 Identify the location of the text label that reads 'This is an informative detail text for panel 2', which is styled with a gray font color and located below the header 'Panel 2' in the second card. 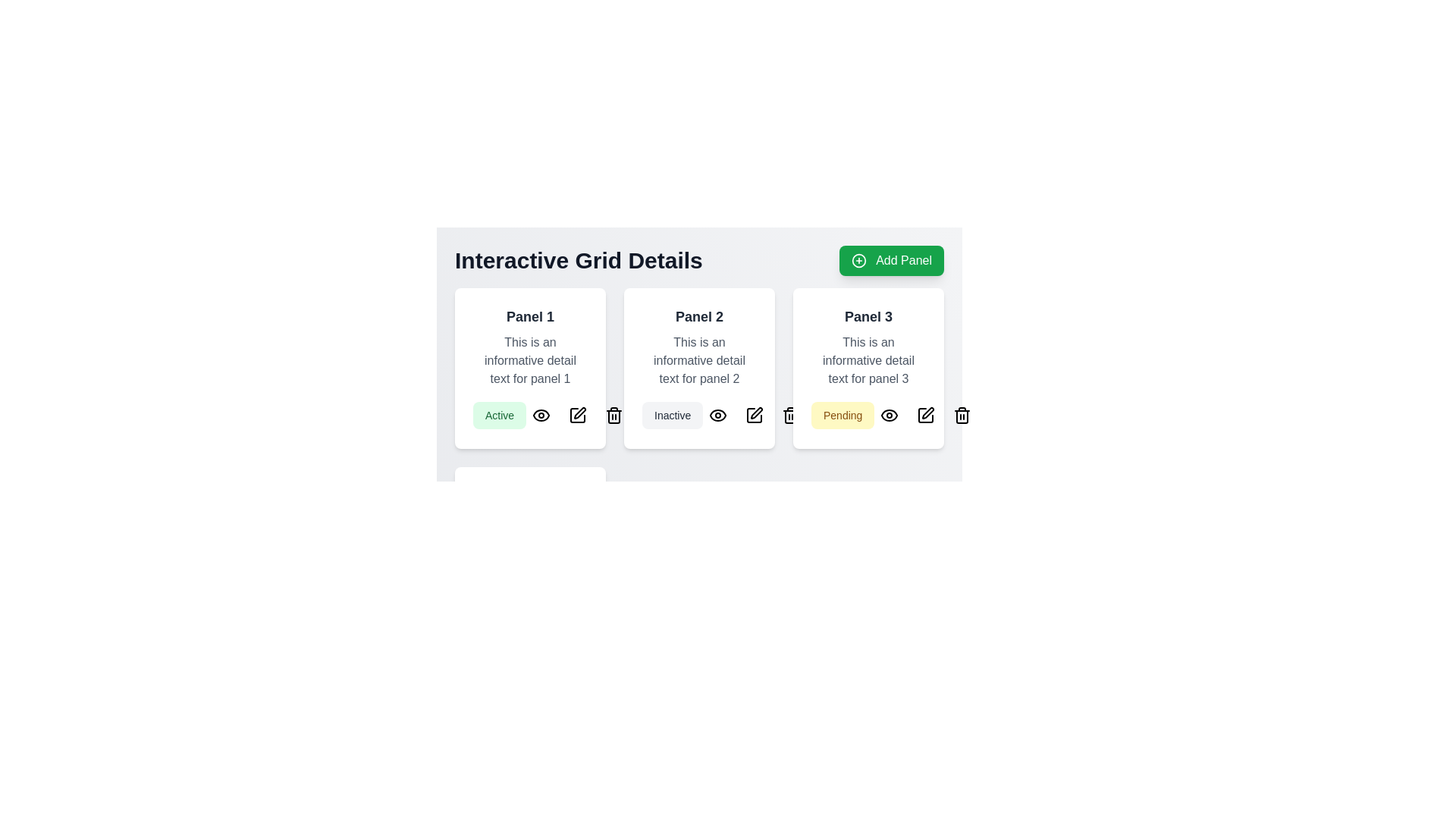
(698, 360).